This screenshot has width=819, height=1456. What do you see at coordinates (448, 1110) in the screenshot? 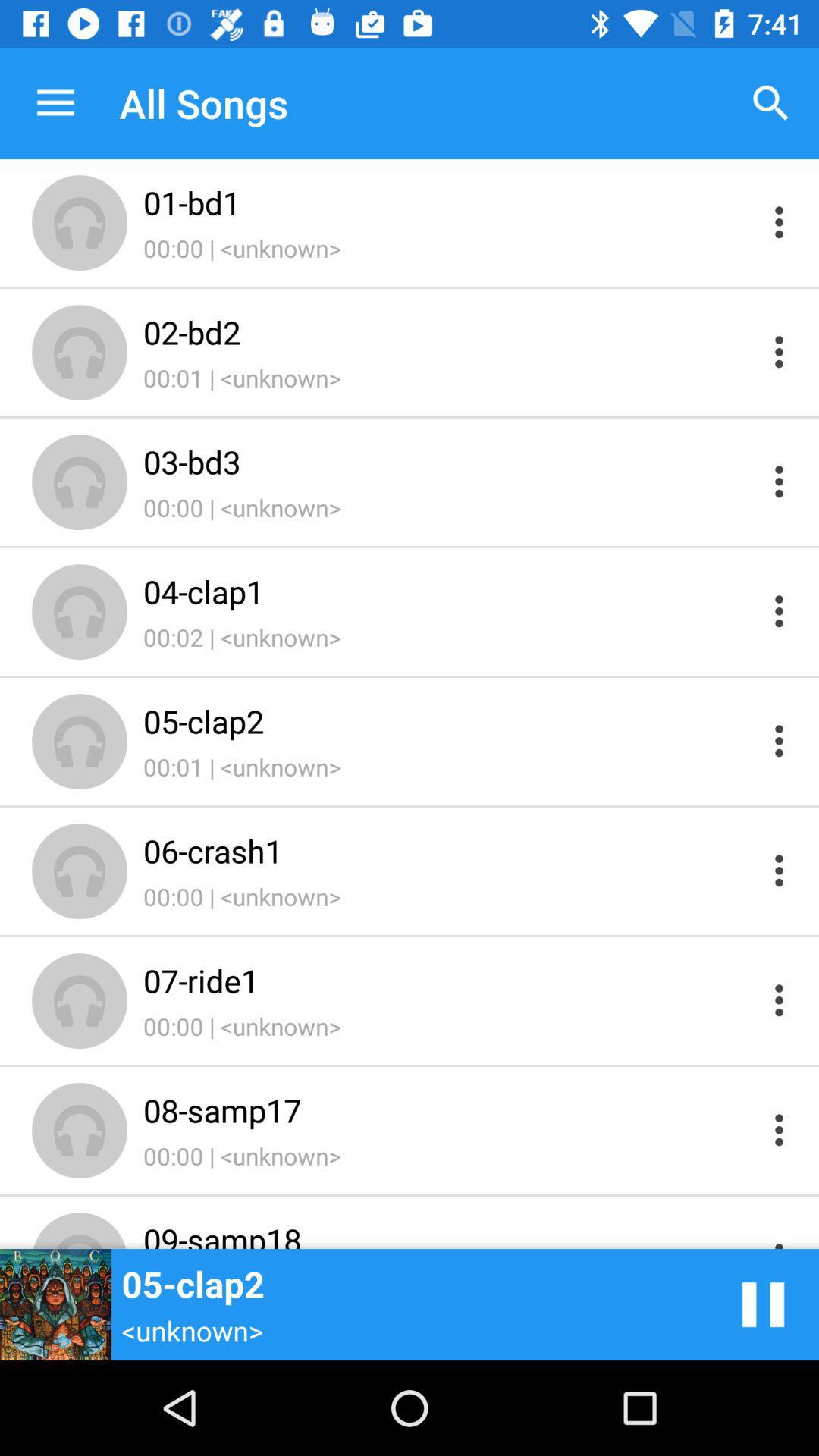
I see `08-samp17 icon` at bounding box center [448, 1110].